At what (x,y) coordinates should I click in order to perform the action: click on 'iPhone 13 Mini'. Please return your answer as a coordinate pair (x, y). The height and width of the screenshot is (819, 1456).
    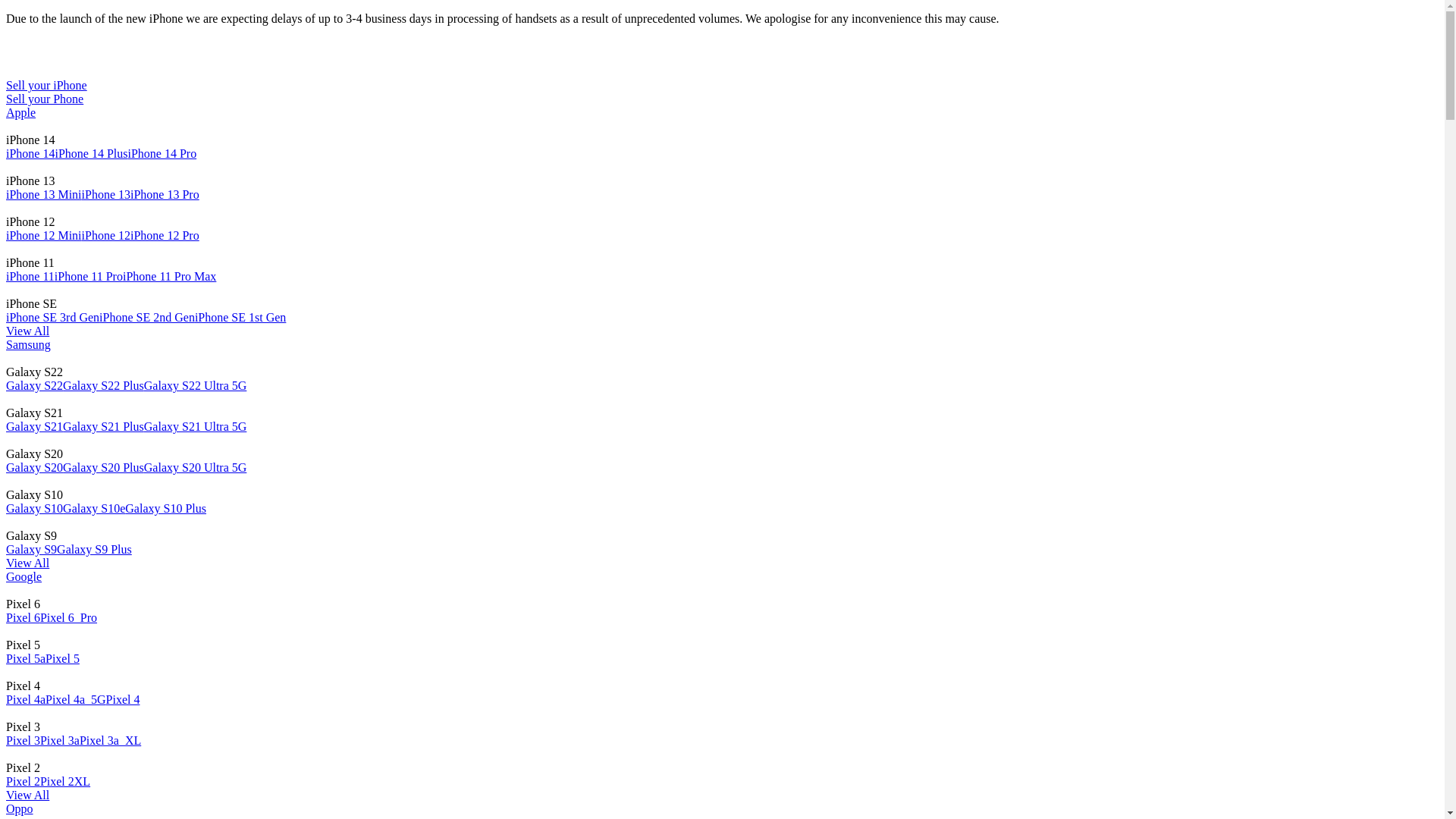
    Looking at the image, I should click on (43, 193).